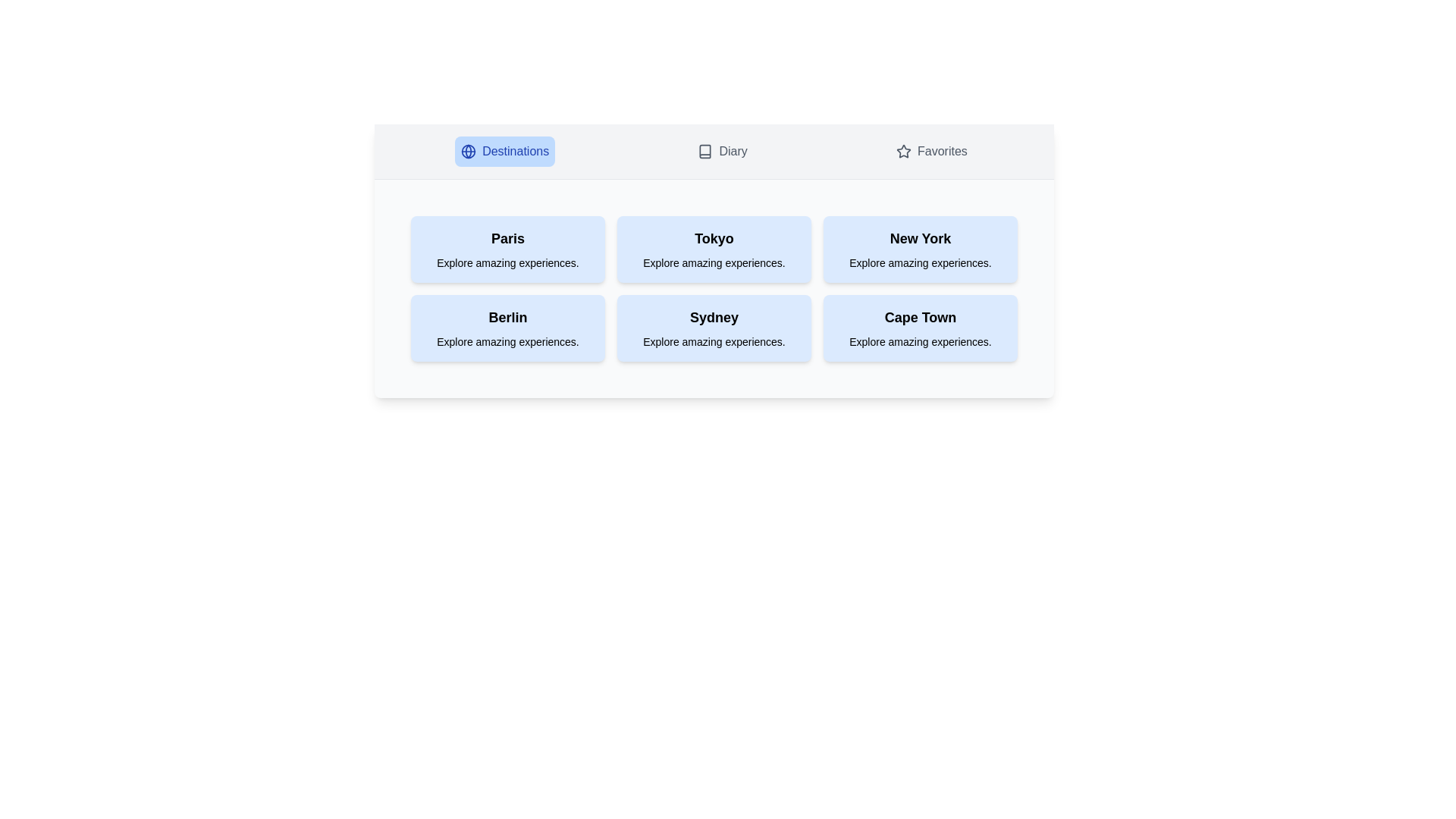  I want to click on the Diary tab to switch to the corresponding section, so click(722, 152).